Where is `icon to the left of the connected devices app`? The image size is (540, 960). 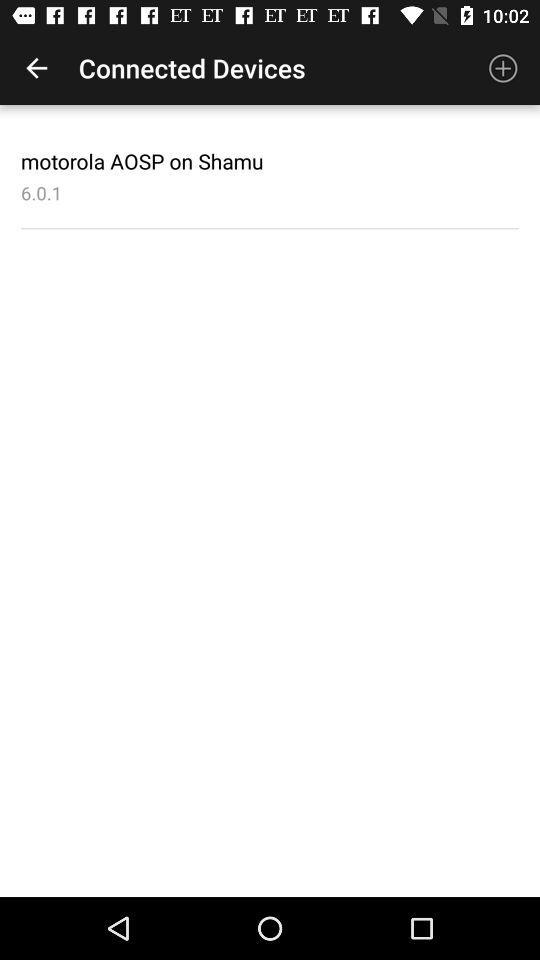 icon to the left of the connected devices app is located at coordinates (36, 68).